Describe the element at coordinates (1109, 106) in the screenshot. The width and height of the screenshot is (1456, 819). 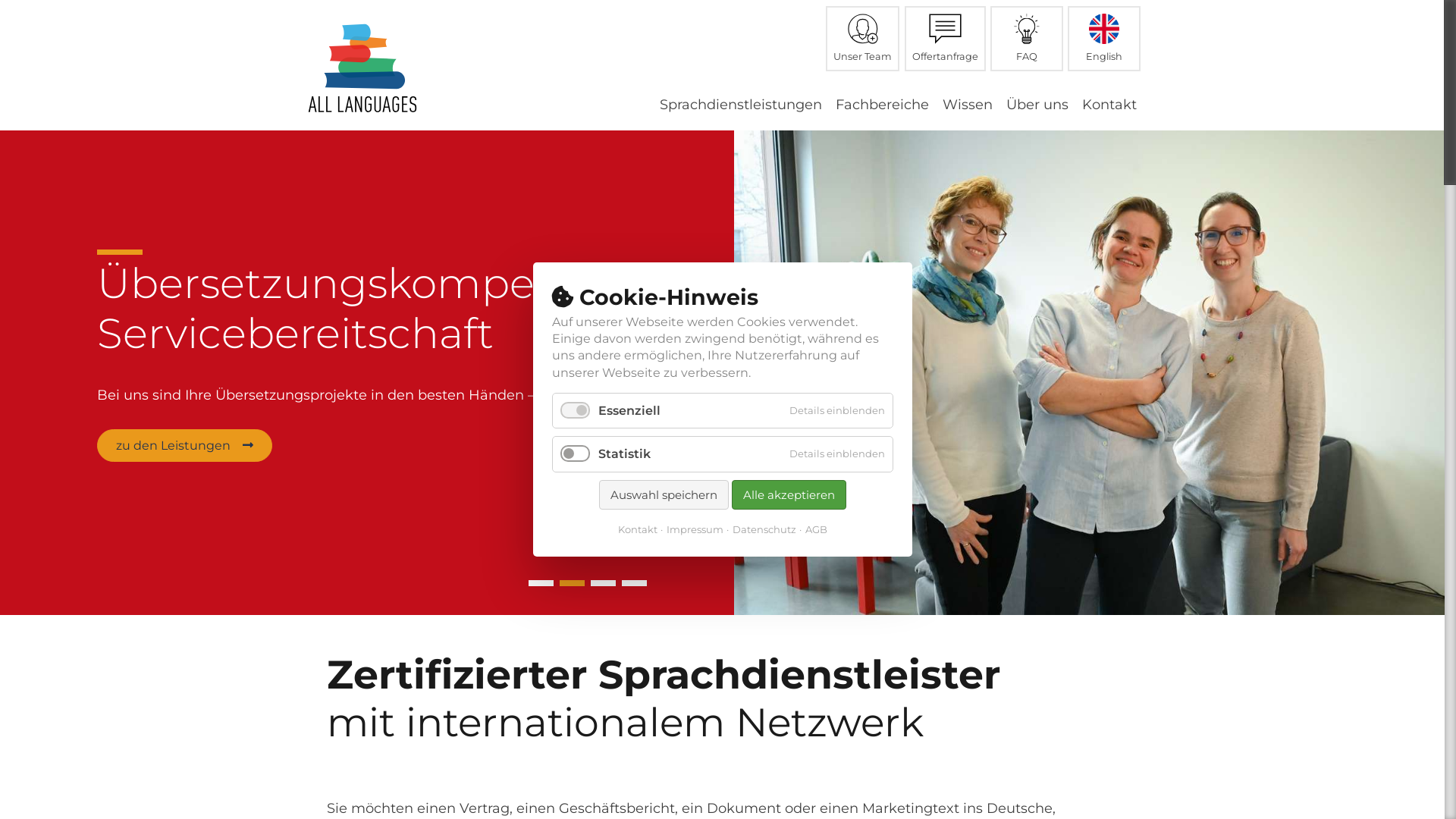
I see `'Kontakt'` at that location.